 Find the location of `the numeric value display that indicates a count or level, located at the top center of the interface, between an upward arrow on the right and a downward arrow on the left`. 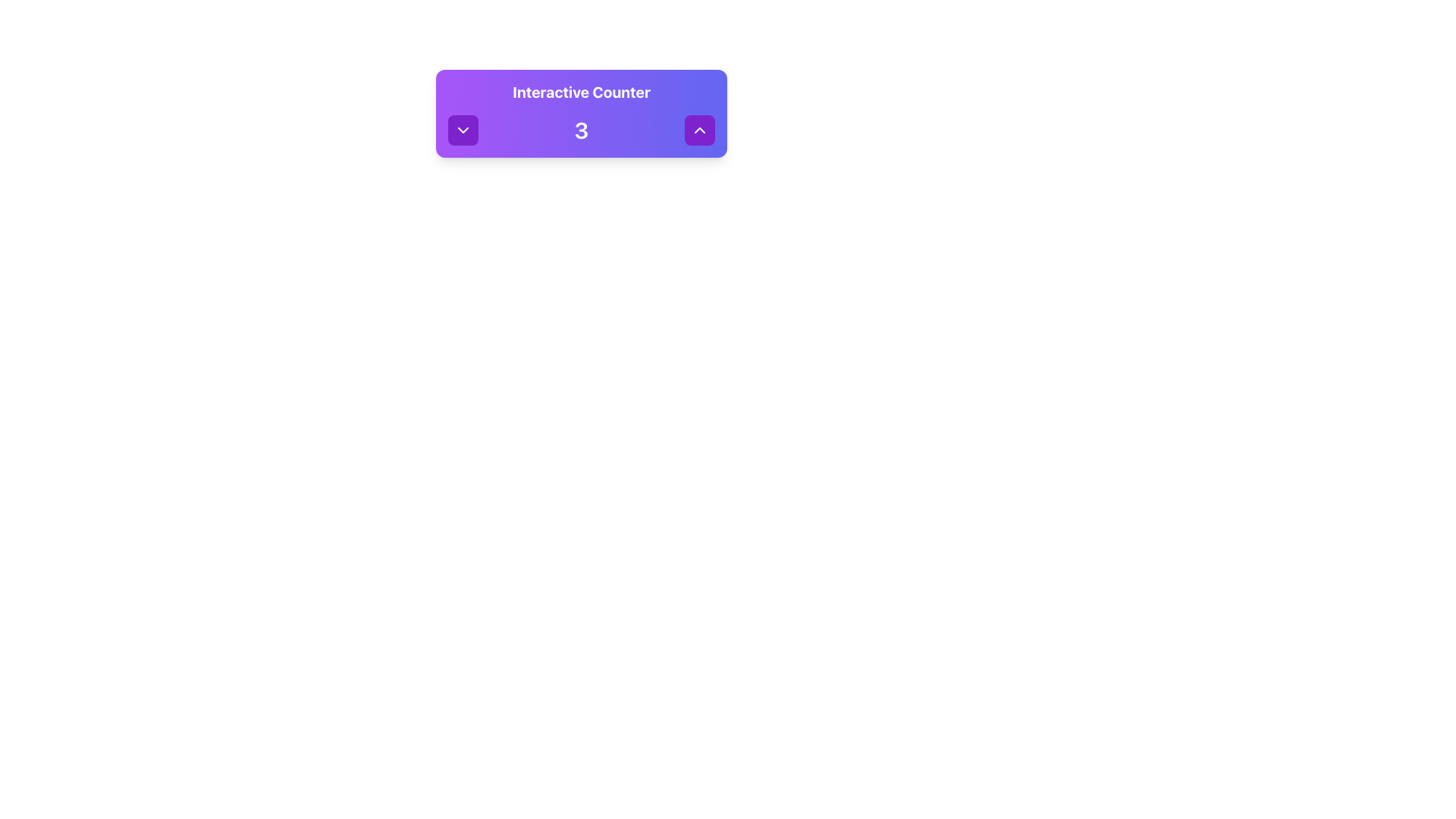

the numeric value display that indicates a count or level, located at the top center of the interface, between an upward arrow on the right and a downward arrow on the left is located at coordinates (581, 130).